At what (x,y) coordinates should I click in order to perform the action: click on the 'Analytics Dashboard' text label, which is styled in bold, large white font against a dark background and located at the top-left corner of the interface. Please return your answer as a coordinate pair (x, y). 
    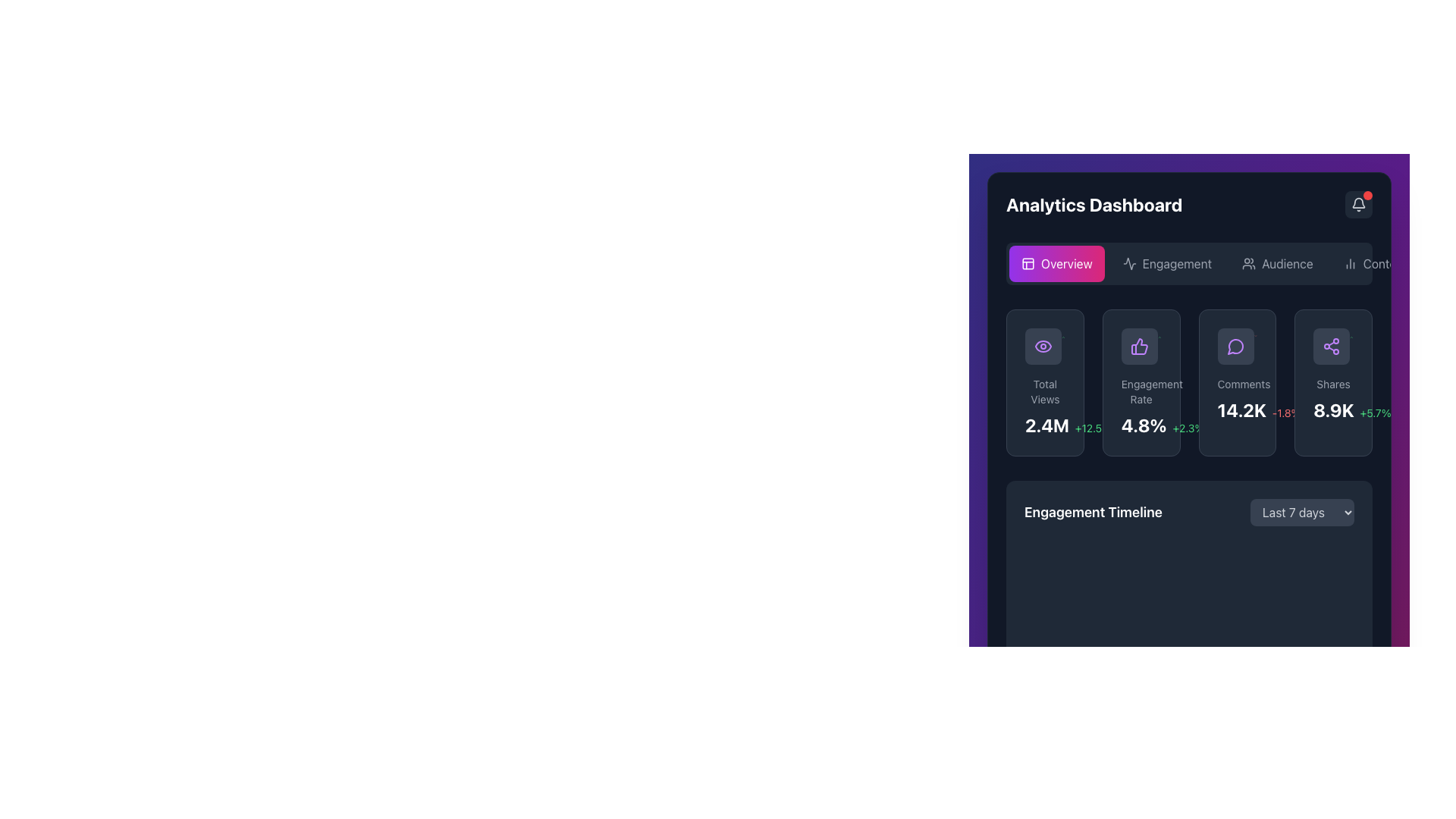
    Looking at the image, I should click on (1094, 205).